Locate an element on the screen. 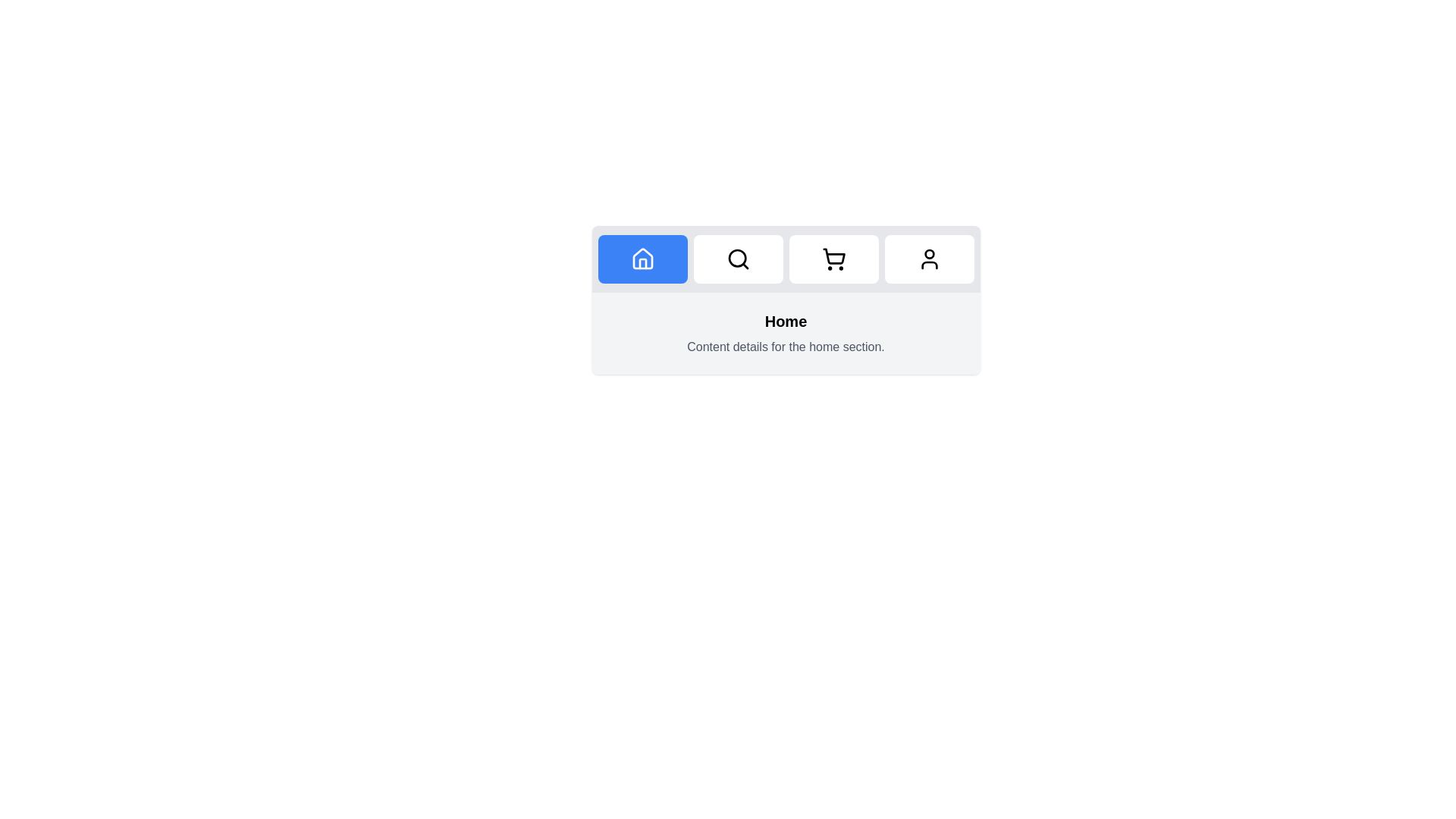 Image resolution: width=1456 pixels, height=819 pixels. the shopping cart icon located in the navigation bar, positioned third among four icons is located at coordinates (833, 256).